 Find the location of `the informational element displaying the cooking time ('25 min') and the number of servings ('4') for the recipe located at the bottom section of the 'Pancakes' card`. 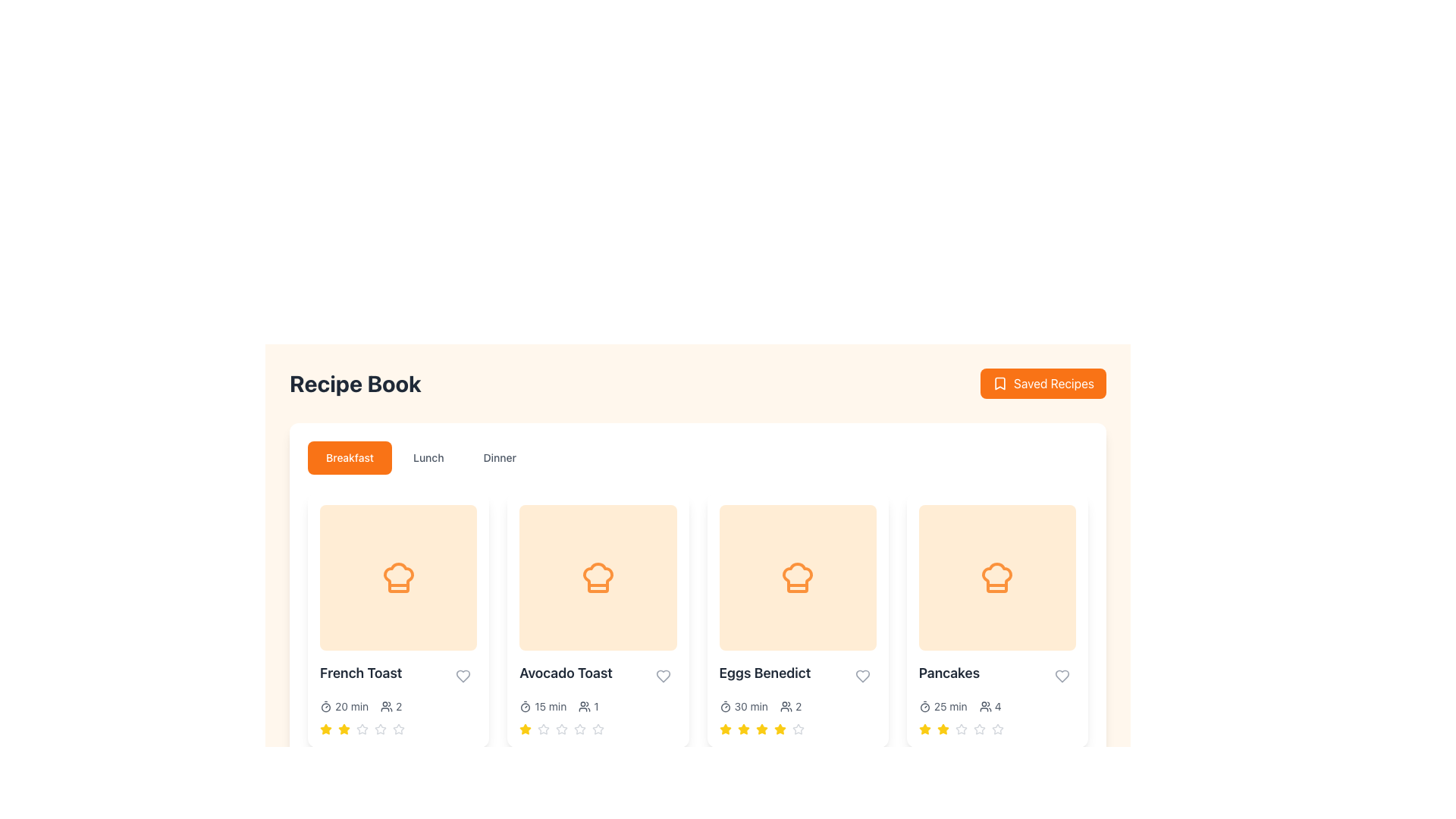

the informational element displaying the cooking time ('25 min') and the number of servings ('4') for the recipe located at the bottom section of the 'Pancakes' card is located at coordinates (997, 707).